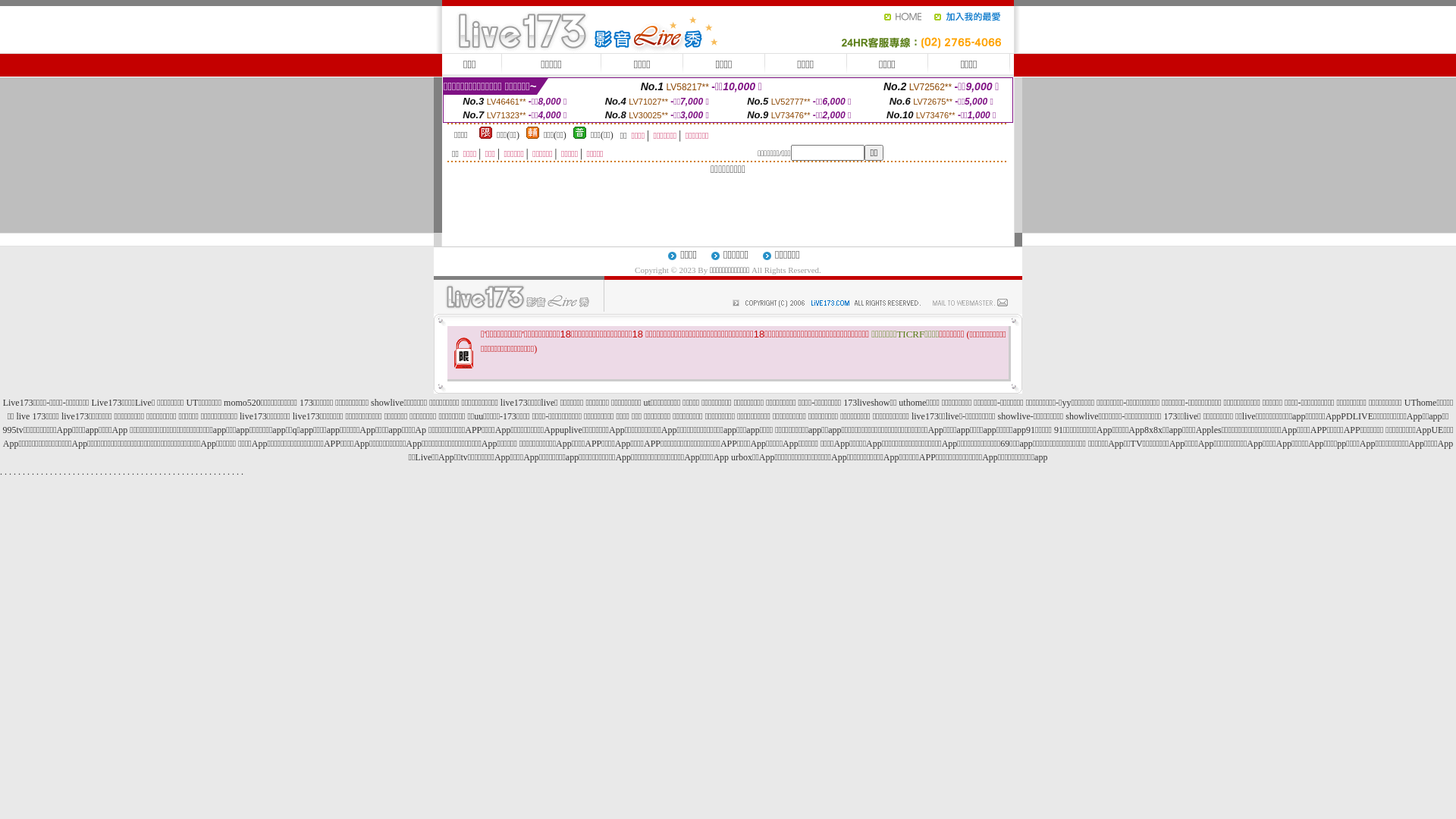 This screenshot has width=1456, height=819. Describe the element at coordinates (14, 470) in the screenshot. I see `'.'` at that location.